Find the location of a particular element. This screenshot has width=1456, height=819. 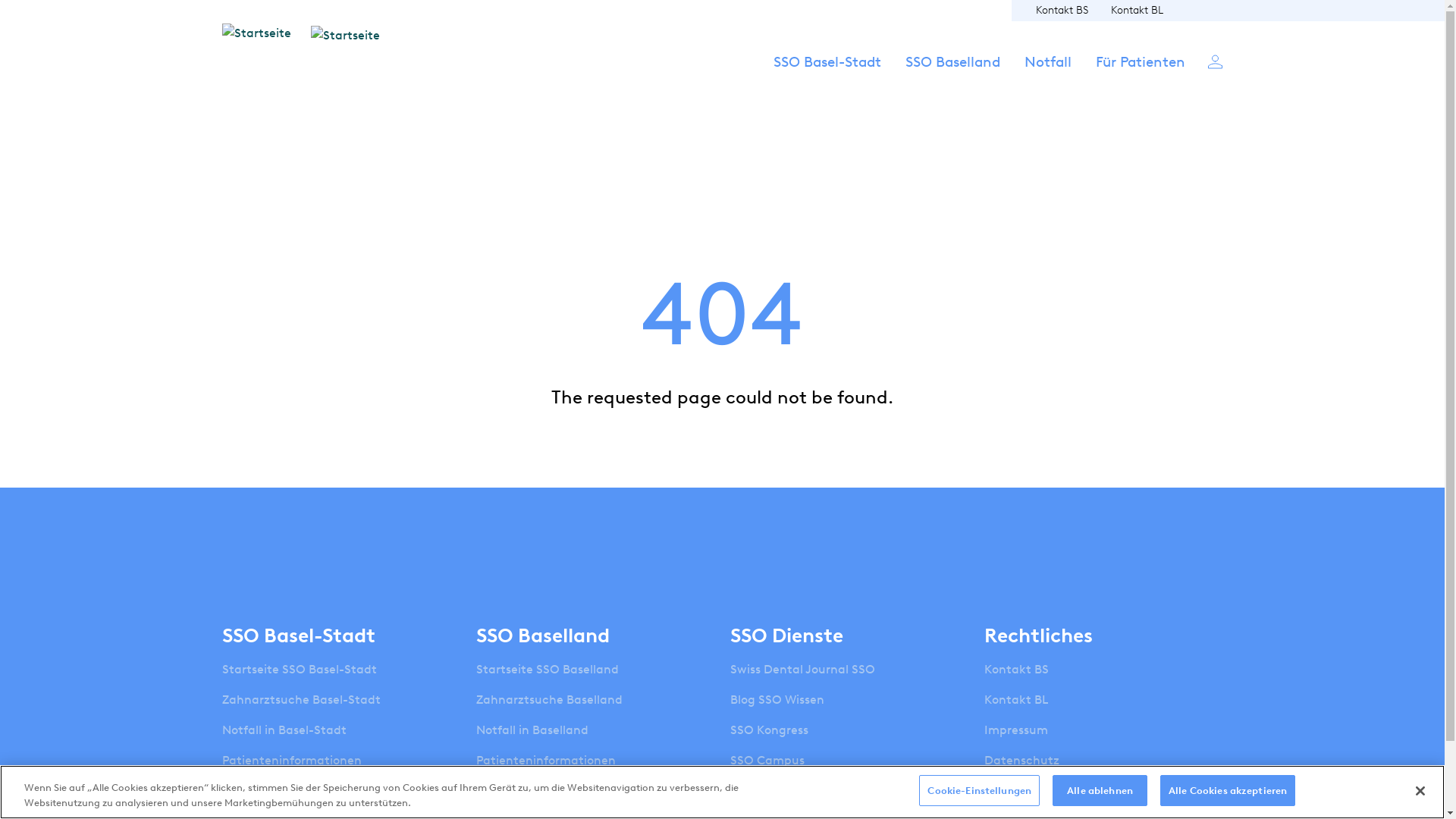

'Startseite SSO Basel-Stadt' is located at coordinates (221, 669).